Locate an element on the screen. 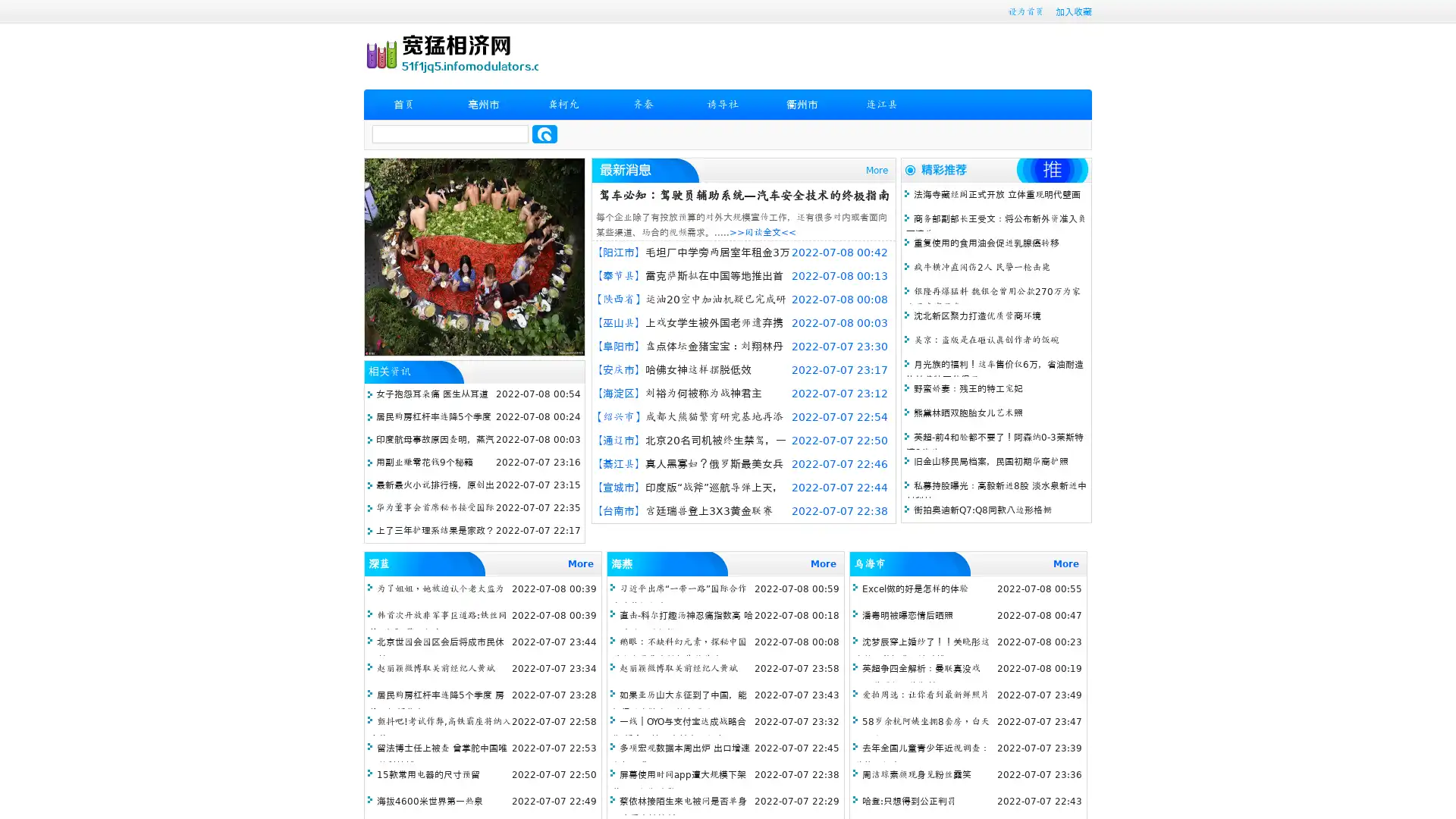  Search is located at coordinates (544, 133).